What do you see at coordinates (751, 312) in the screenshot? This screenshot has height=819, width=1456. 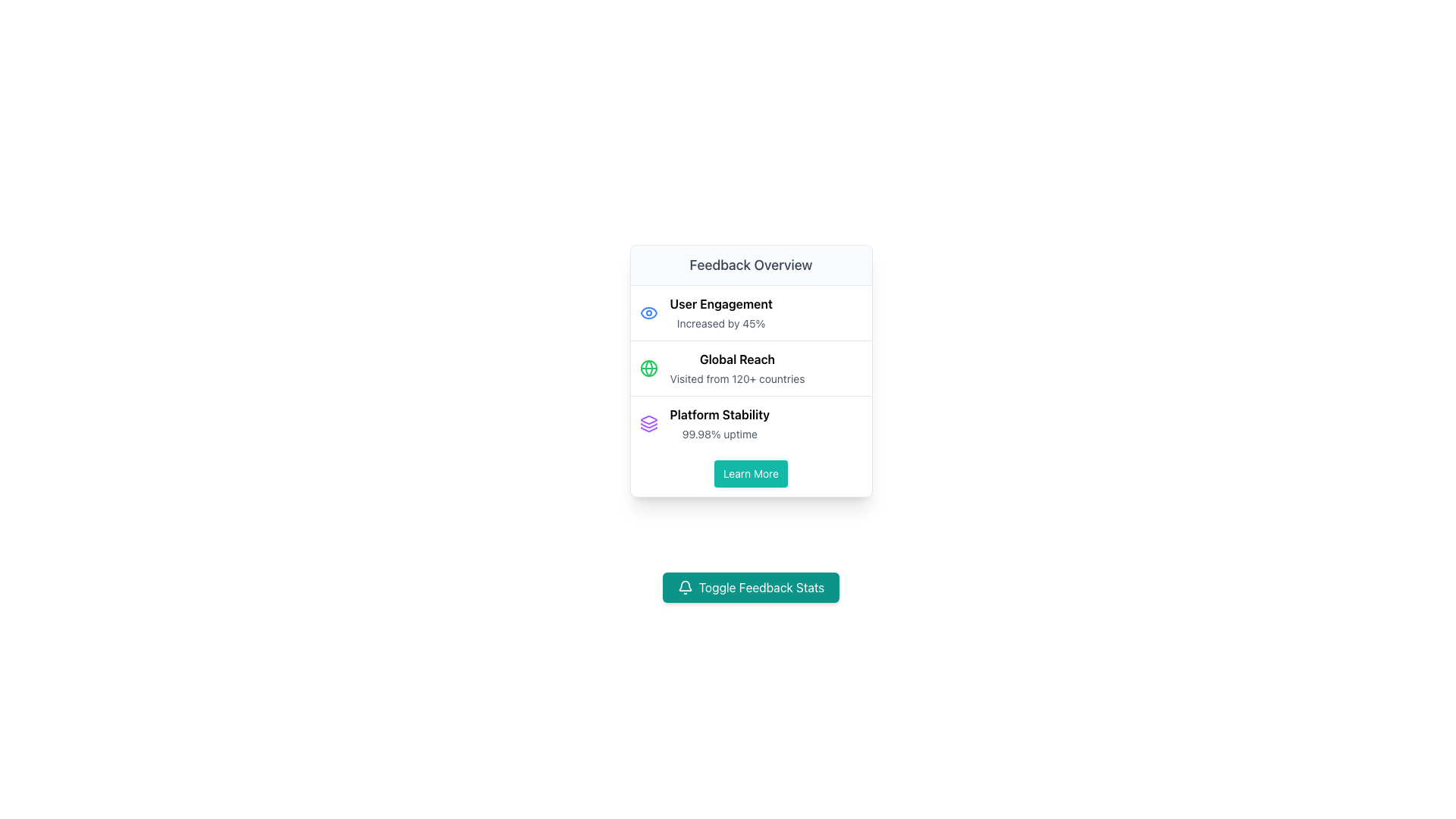 I see `the Text and icon informational display that shows a 45% increase in user engagement, located directly below the 'Feedback Overview' title` at bounding box center [751, 312].